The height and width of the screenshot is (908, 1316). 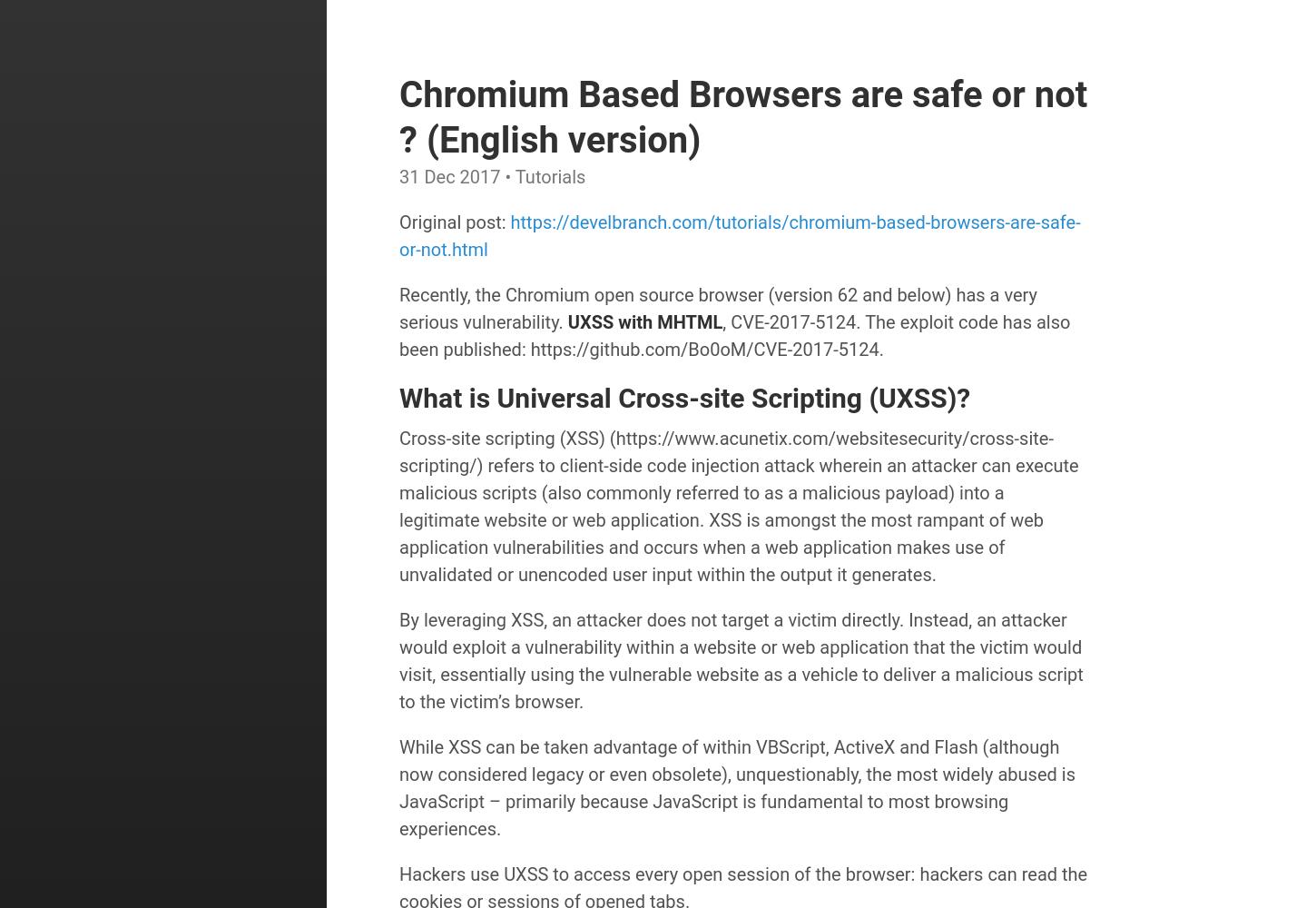 I want to click on 'Cross-site scripting (XSS) (https://www.acunetix.com/websitesecurity/cross-site-scripting/) refers to client-side code injection attack wherein an attacker can execute malicious scripts (also commonly referred to as a malicious payload) into a legitimate website or web application. XSS is amongst the most rampant of web application vulnerabilities and occurs when a web application makes use of unvalidated or unencoded user input within the output it generates.', so click(x=739, y=506).